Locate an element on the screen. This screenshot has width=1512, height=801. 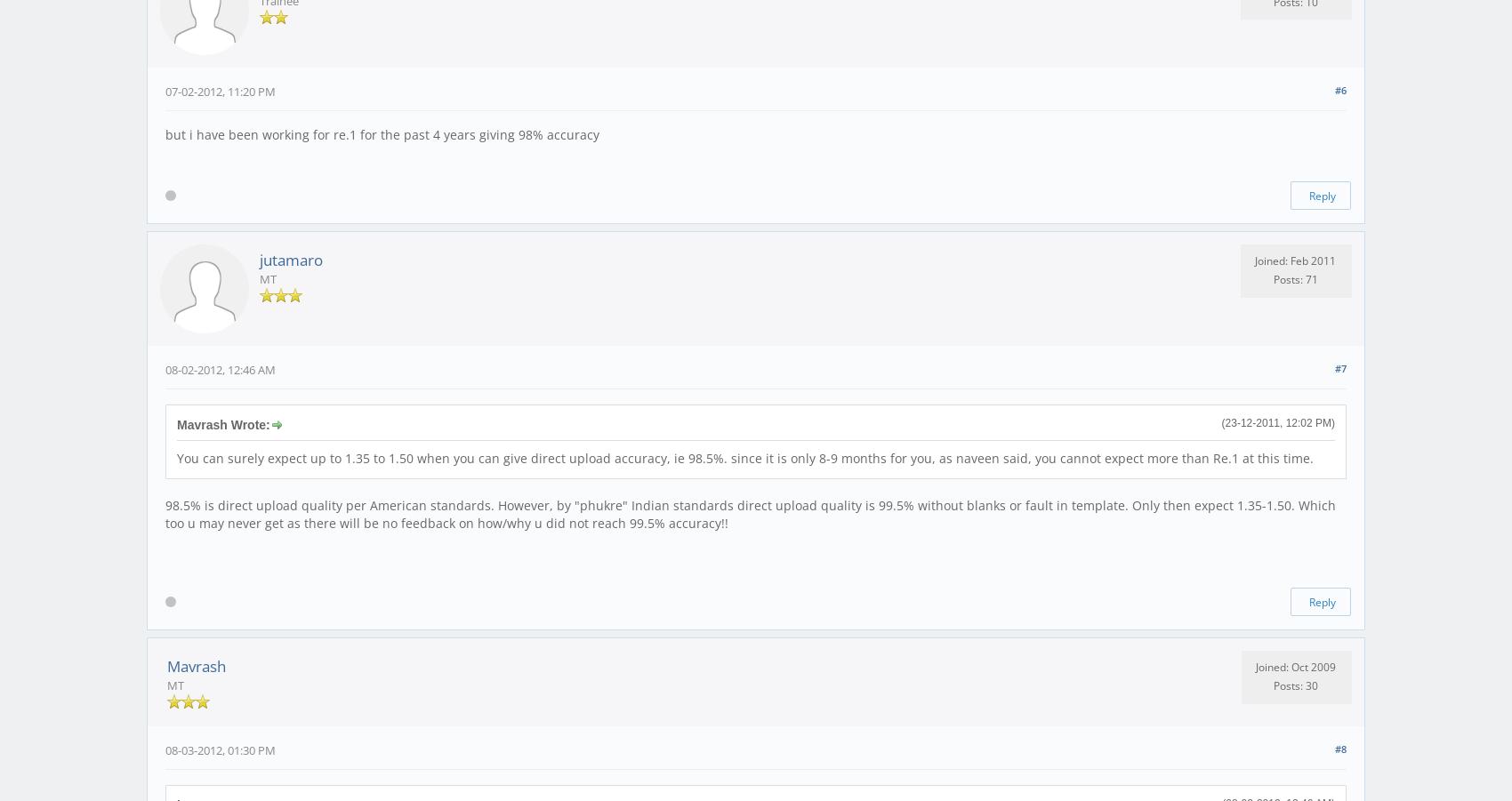
'08-03-2012, 01:30 PM' is located at coordinates (221, 749).